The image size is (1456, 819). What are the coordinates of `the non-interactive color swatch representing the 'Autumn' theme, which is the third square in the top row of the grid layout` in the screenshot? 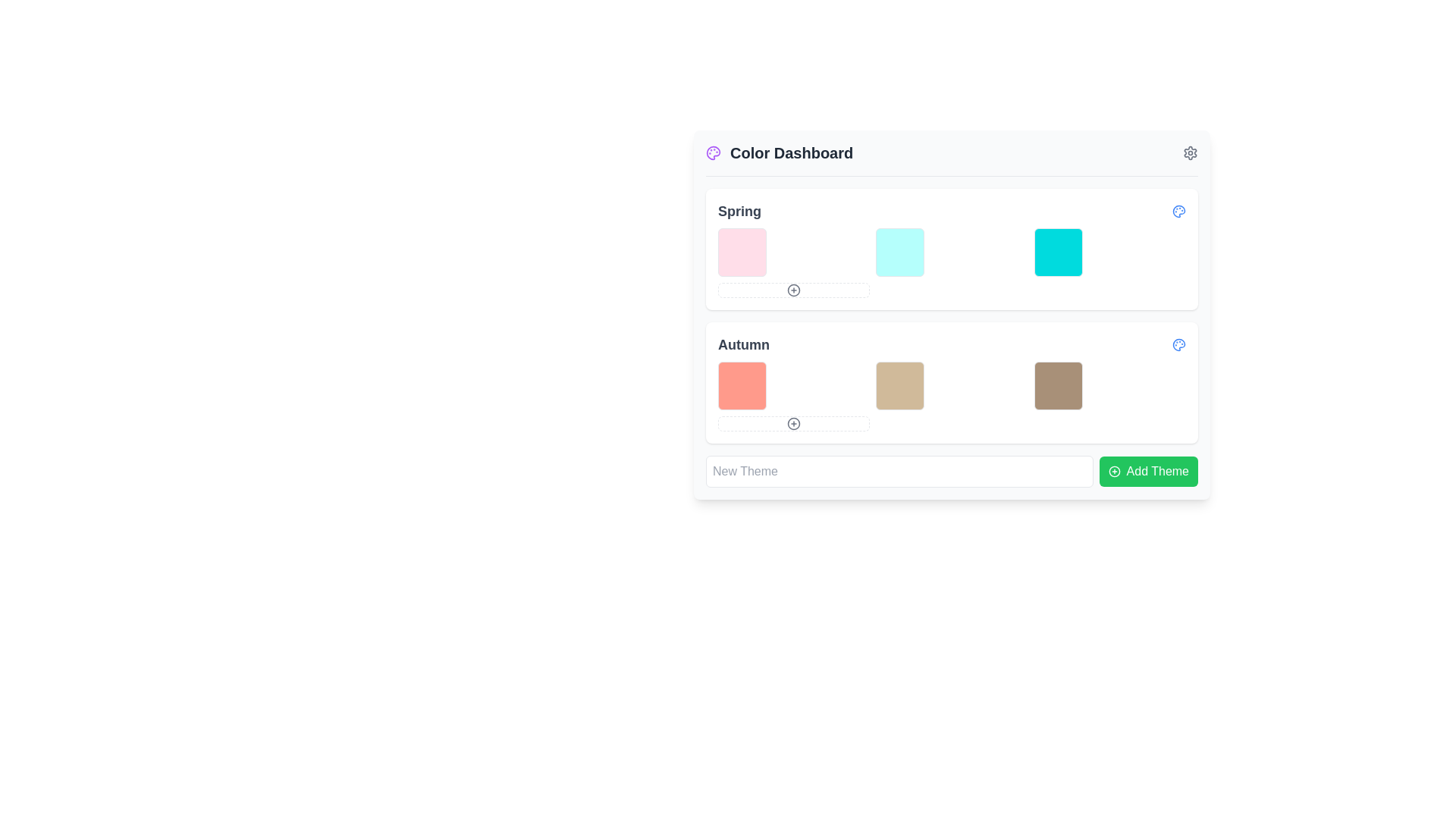 It's located at (1057, 385).